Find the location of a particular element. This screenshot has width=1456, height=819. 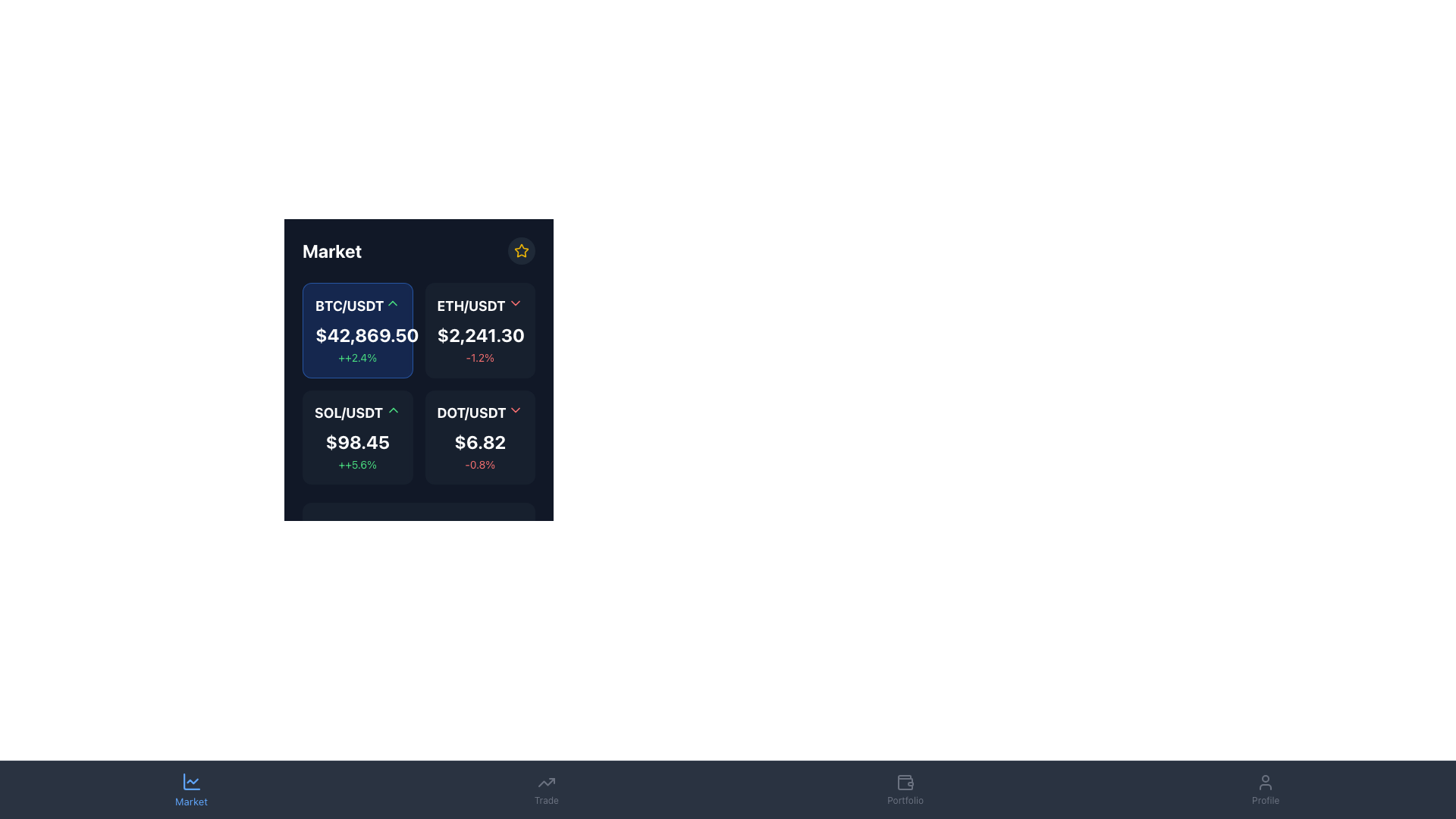

text element displaying '++5.6%' which indicates a positive percentage change, located below the price text '$98.45' in the SOL/USDT market card is located at coordinates (356, 464).